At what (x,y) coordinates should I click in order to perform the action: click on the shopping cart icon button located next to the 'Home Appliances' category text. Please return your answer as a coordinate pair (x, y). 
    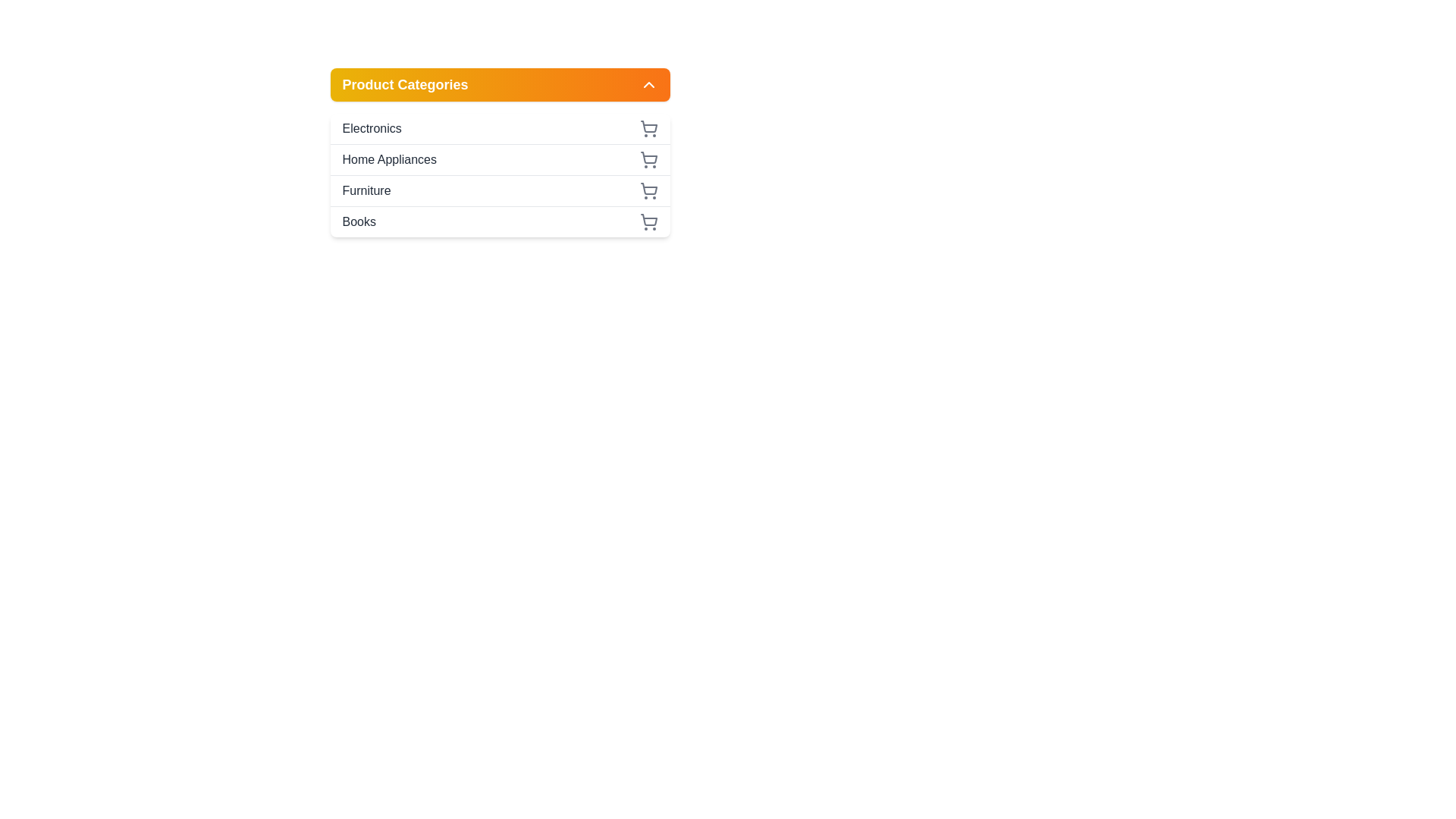
    Looking at the image, I should click on (648, 158).